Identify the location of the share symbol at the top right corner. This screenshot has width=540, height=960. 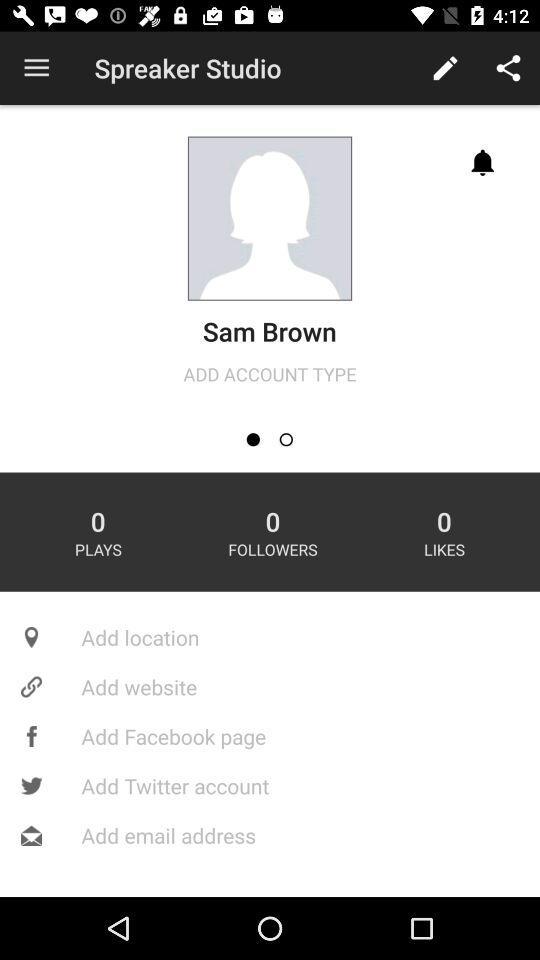
(508, 68).